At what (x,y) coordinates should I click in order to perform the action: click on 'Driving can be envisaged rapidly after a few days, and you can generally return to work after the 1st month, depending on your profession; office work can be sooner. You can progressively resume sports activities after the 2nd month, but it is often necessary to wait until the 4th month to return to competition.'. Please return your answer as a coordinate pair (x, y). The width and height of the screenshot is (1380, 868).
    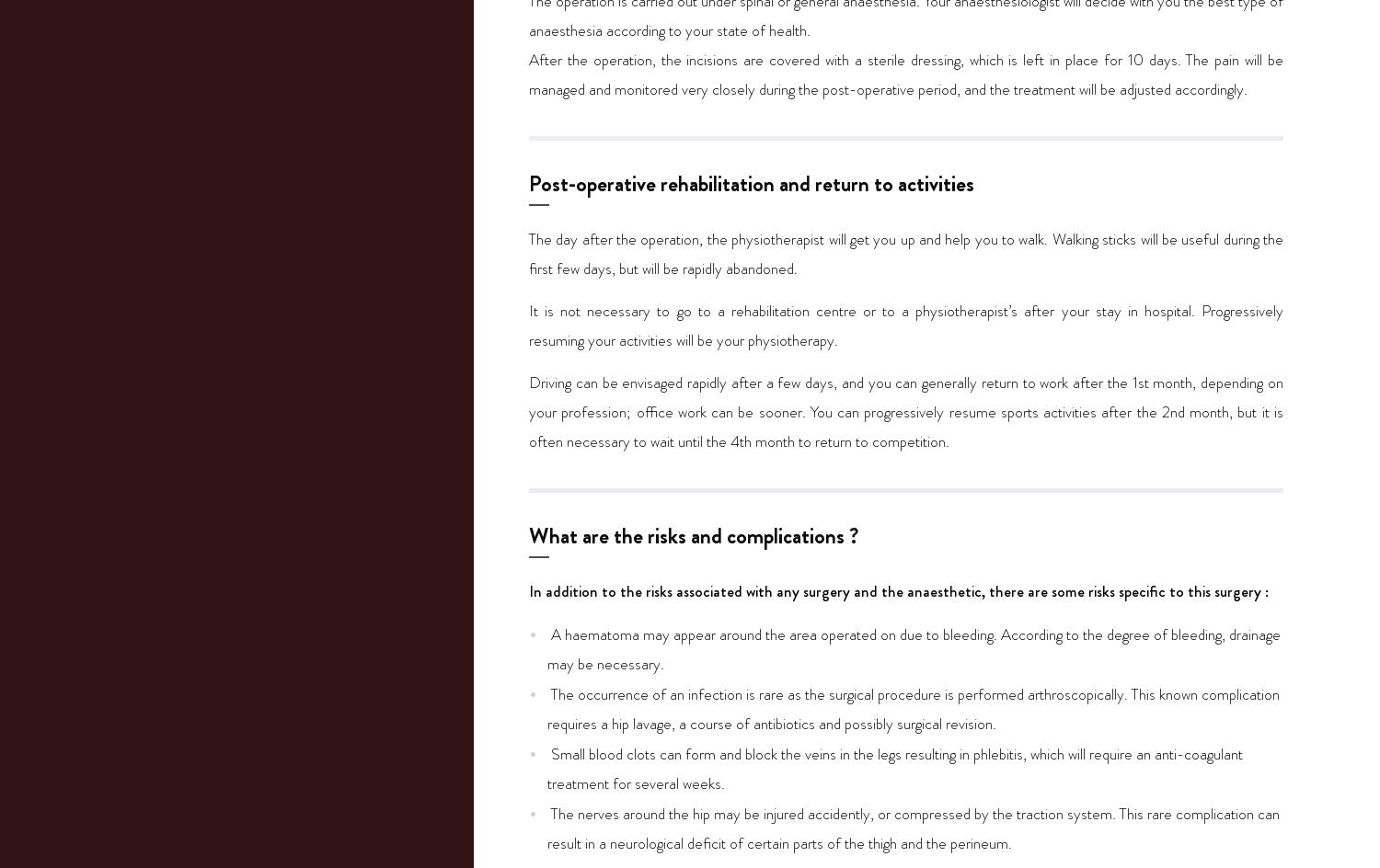
    Looking at the image, I should click on (527, 409).